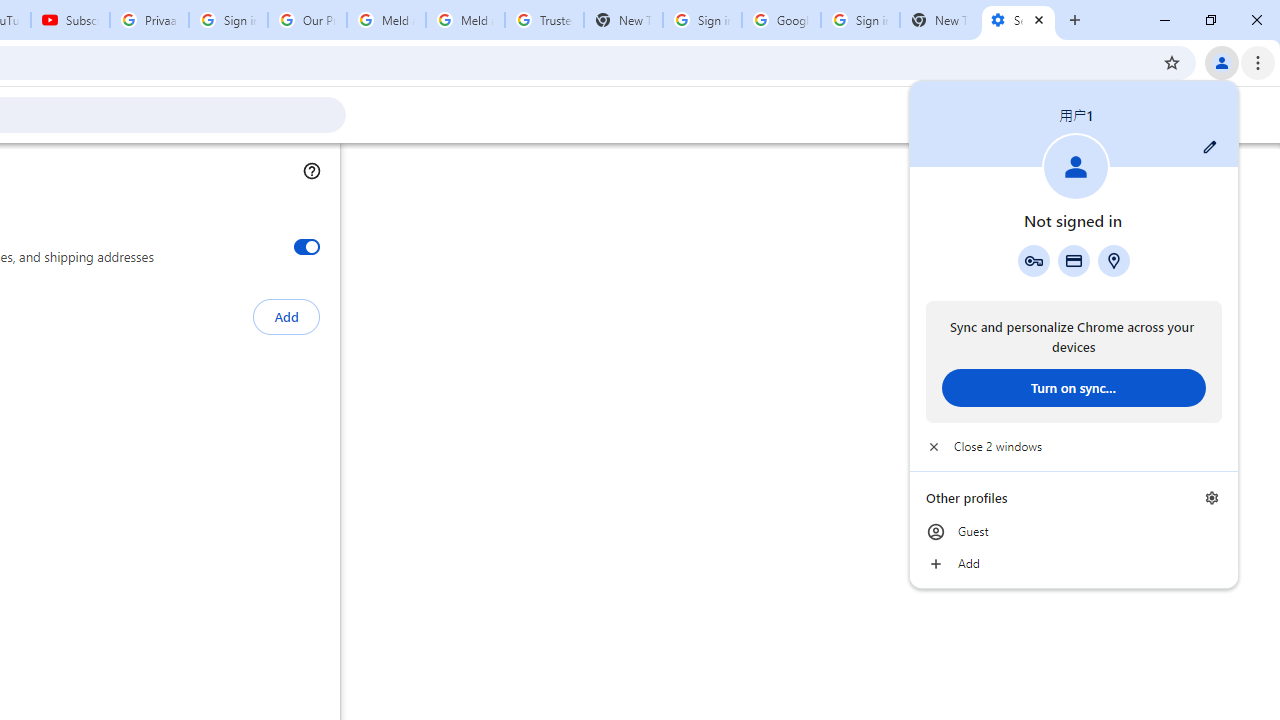  What do you see at coordinates (780, 20) in the screenshot?
I see `'Google Cybersecurity Innovations - Google Safety Center'` at bounding box center [780, 20].